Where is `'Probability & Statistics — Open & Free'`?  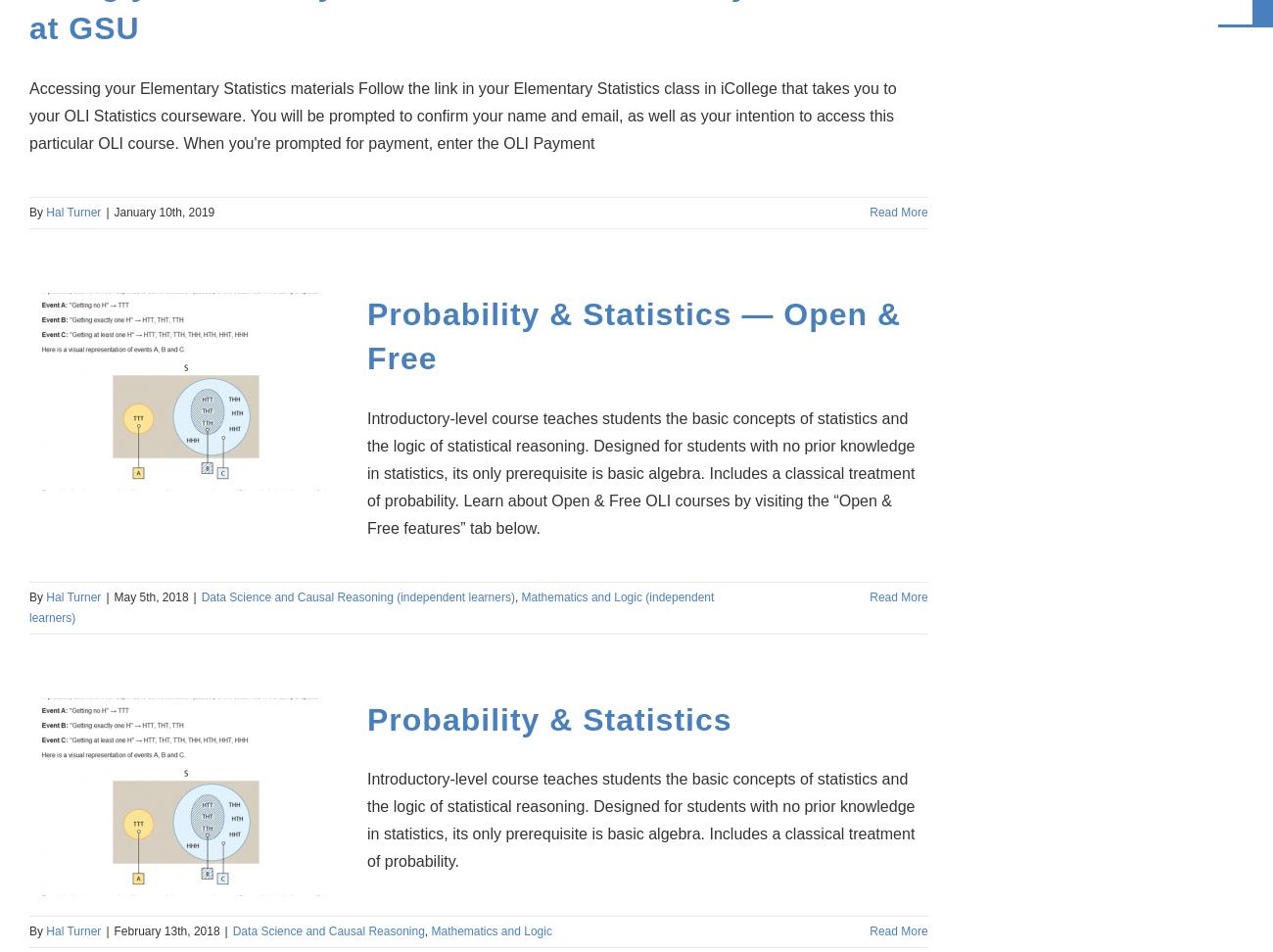 'Probability & Statistics — Open & Free' is located at coordinates (634, 334).